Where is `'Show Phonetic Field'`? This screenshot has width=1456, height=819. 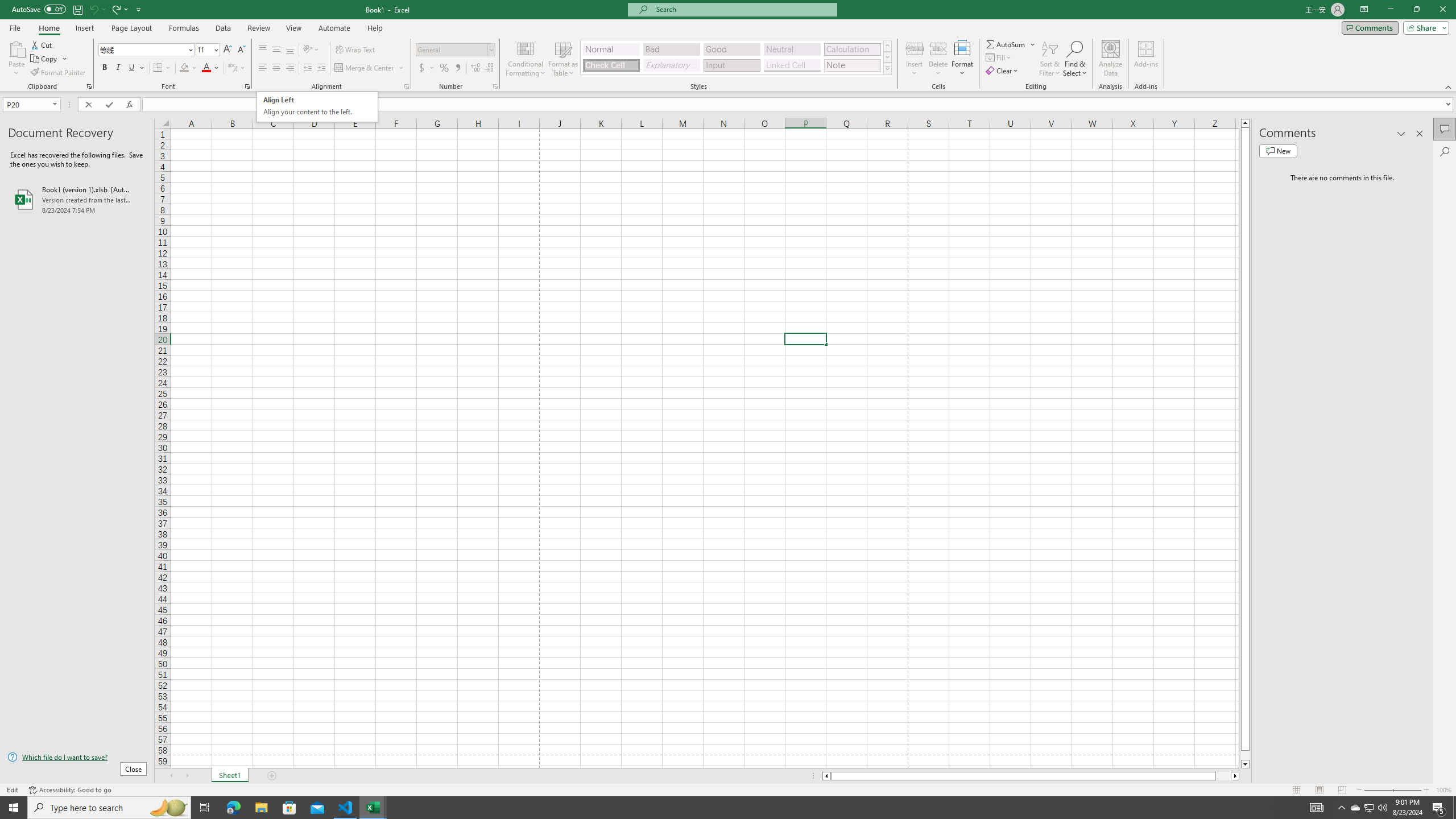
'Show Phonetic Field' is located at coordinates (236, 67).